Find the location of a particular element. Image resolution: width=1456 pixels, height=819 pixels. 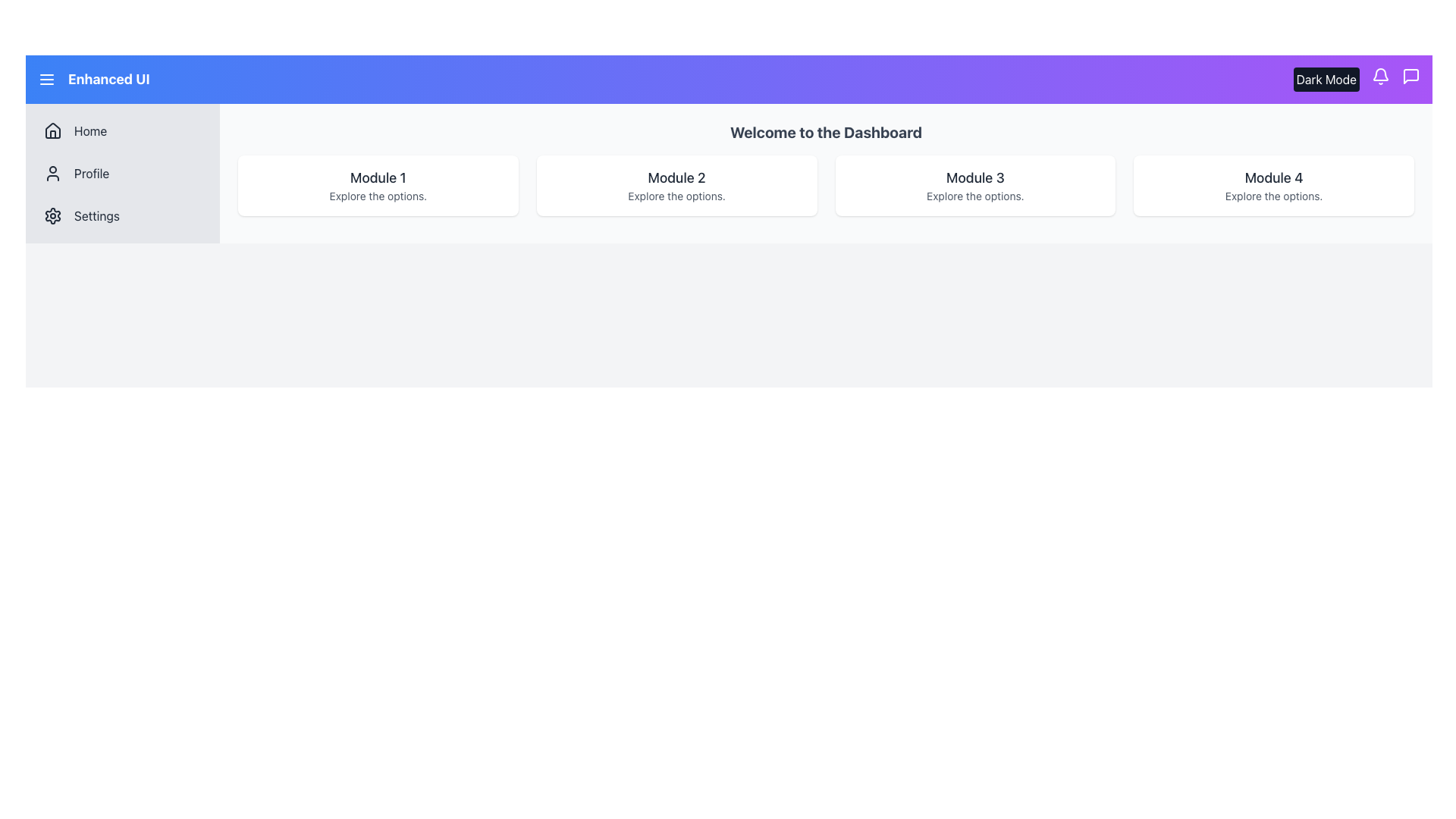

the notification bell icon, which is outlined in white on a purple background and is the second icon from the right in the top navigation bar is located at coordinates (1380, 76).